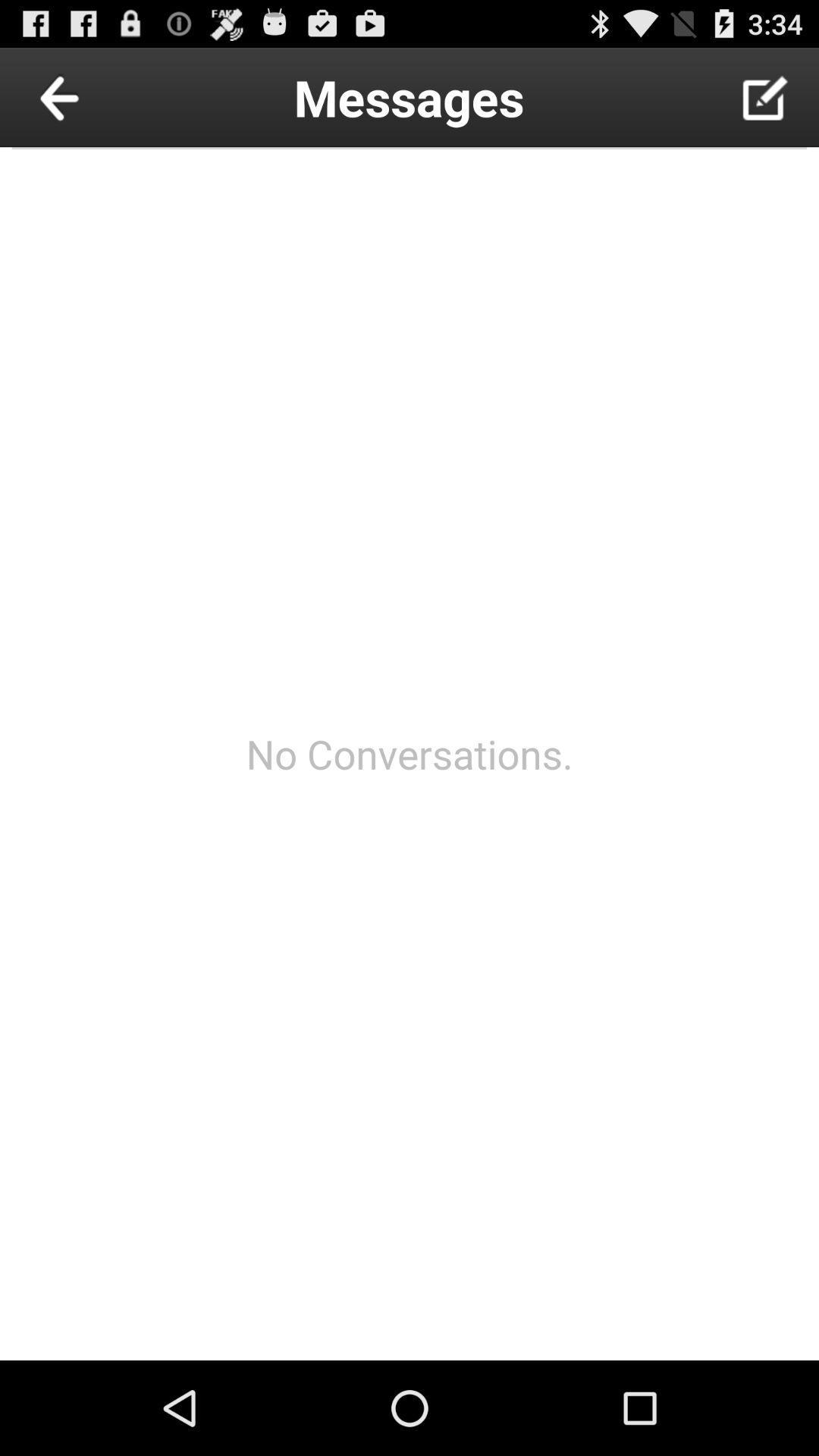 The height and width of the screenshot is (1456, 819). I want to click on the edit icon, so click(765, 103).